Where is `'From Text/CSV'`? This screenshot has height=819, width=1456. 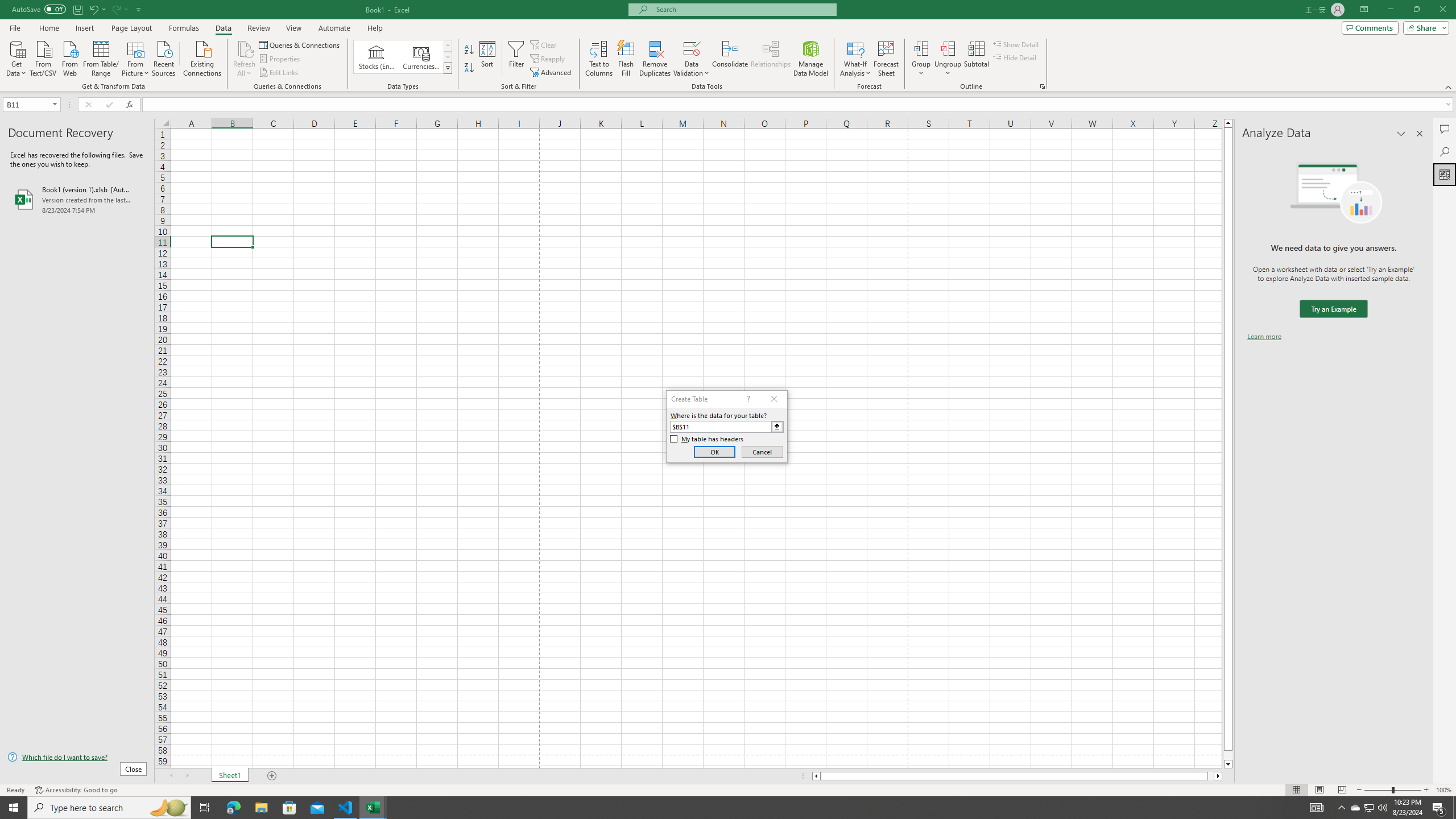 'From Text/CSV' is located at coordinates (43, 57).